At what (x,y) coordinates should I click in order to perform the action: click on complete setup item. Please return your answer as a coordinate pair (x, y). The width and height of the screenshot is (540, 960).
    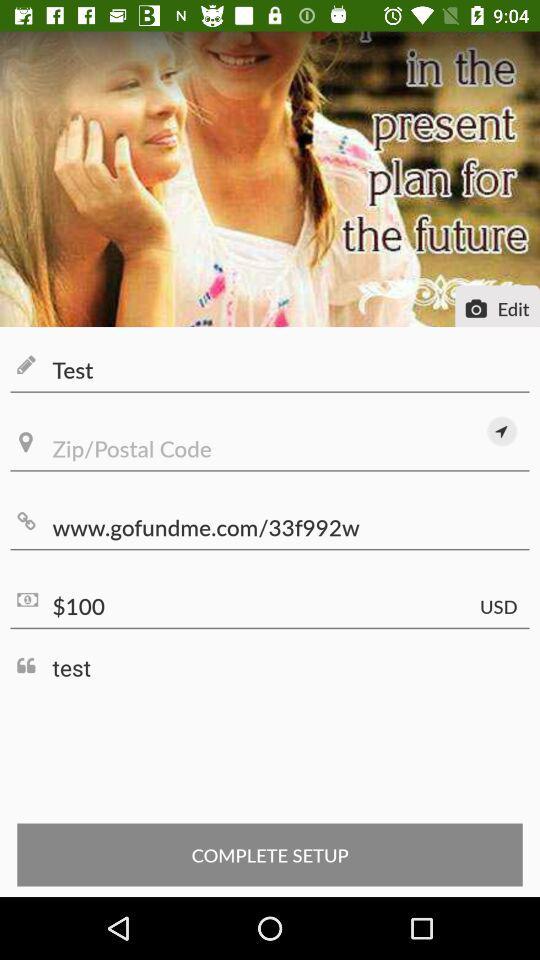
    Looking at the image, I should click on (270, 853).